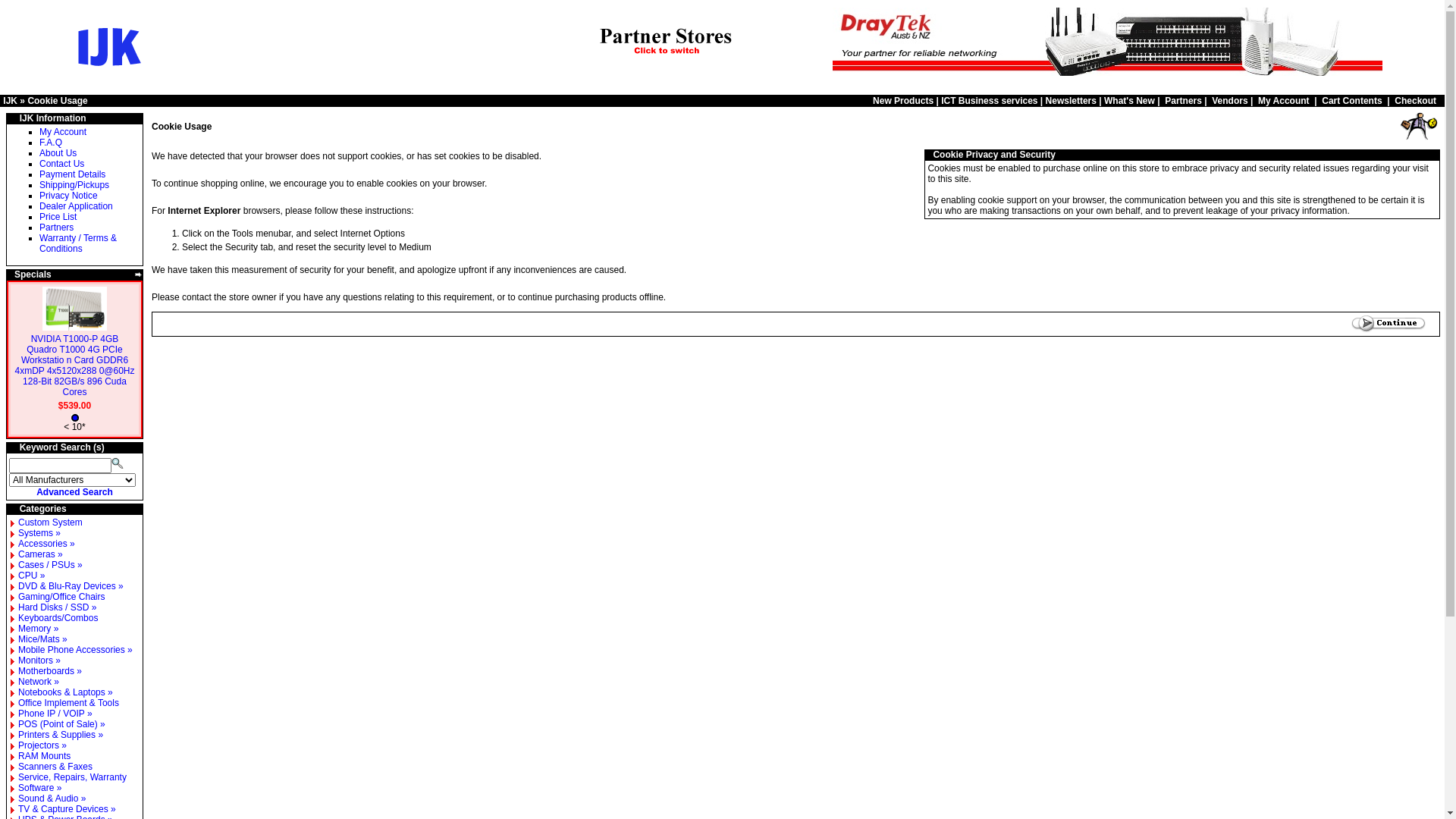  Describe the element at coordinates (989, 100) in the screenshot. I see `'ICT Business services'` at that location.